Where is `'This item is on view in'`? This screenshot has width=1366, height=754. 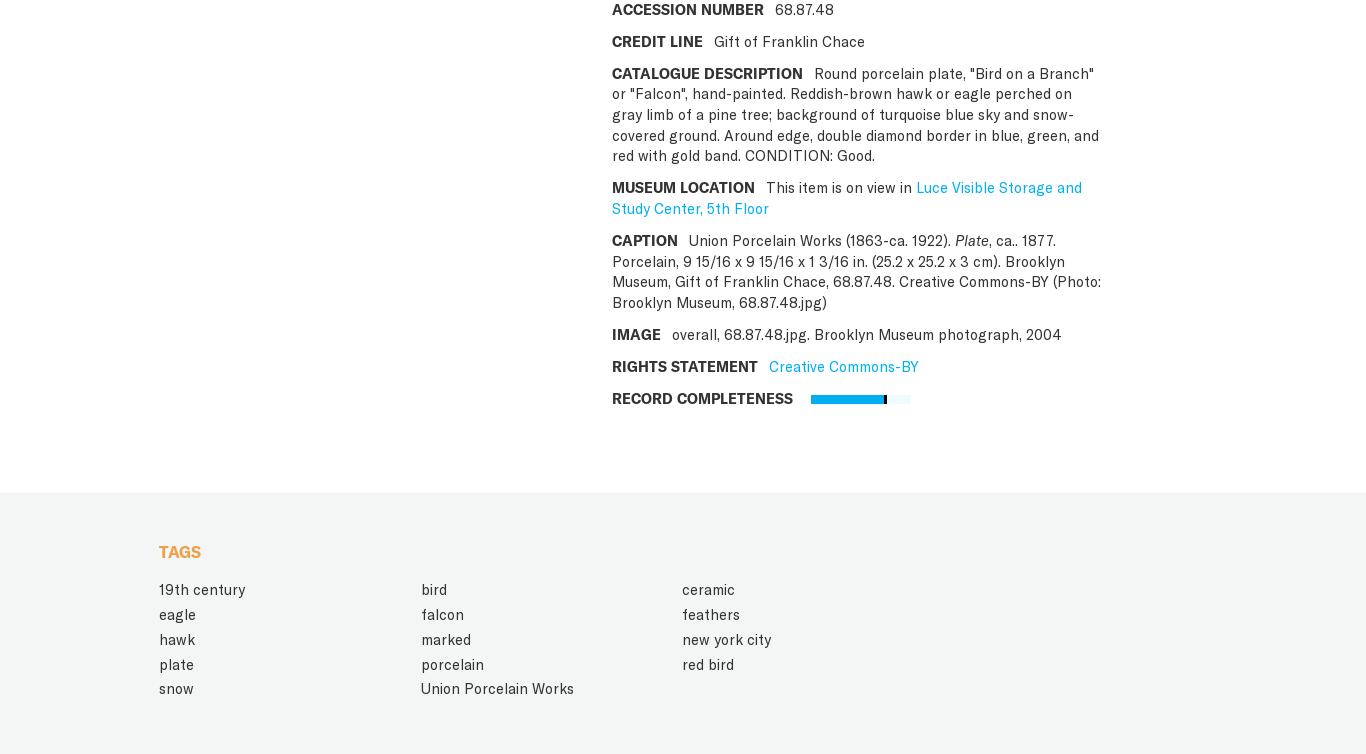
'This item is on view in' is located at coordinates (760, 187).